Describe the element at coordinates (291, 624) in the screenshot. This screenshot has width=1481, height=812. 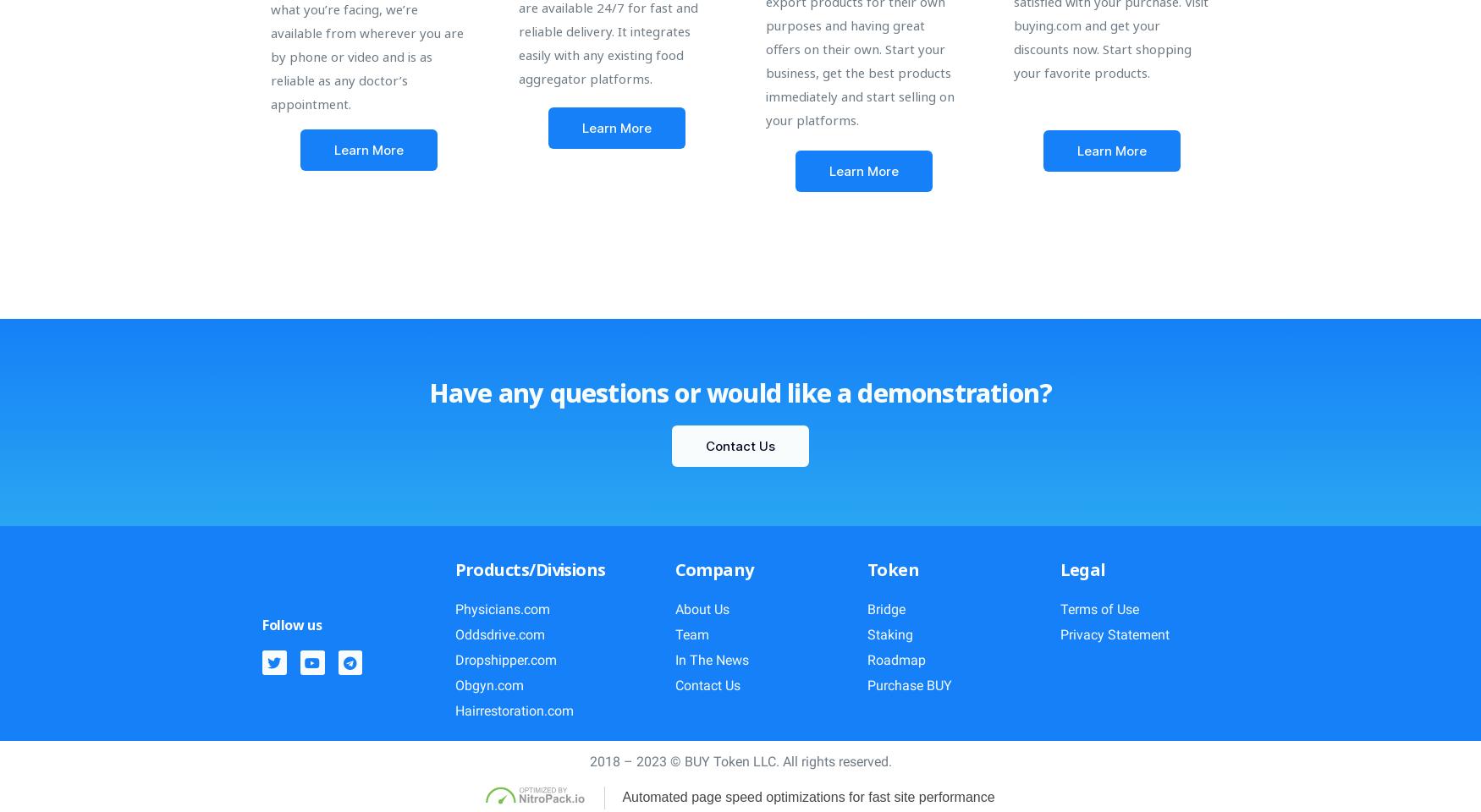
I see `'Follow us'` at that location.